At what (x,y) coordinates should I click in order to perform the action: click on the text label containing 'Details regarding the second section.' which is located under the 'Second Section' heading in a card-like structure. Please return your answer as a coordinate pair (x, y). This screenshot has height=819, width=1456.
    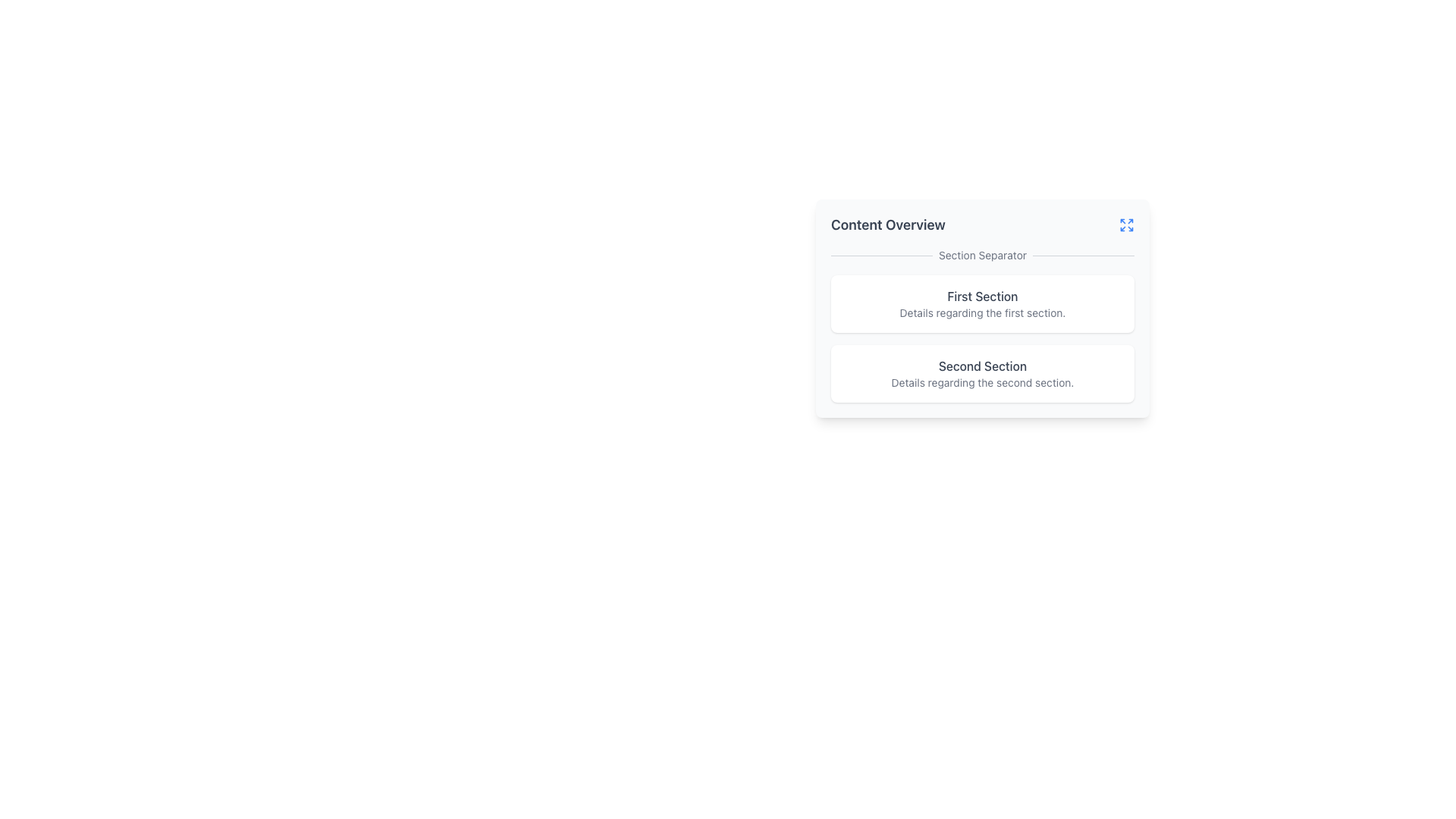
    Looking at the image, I should click on (983, 382).